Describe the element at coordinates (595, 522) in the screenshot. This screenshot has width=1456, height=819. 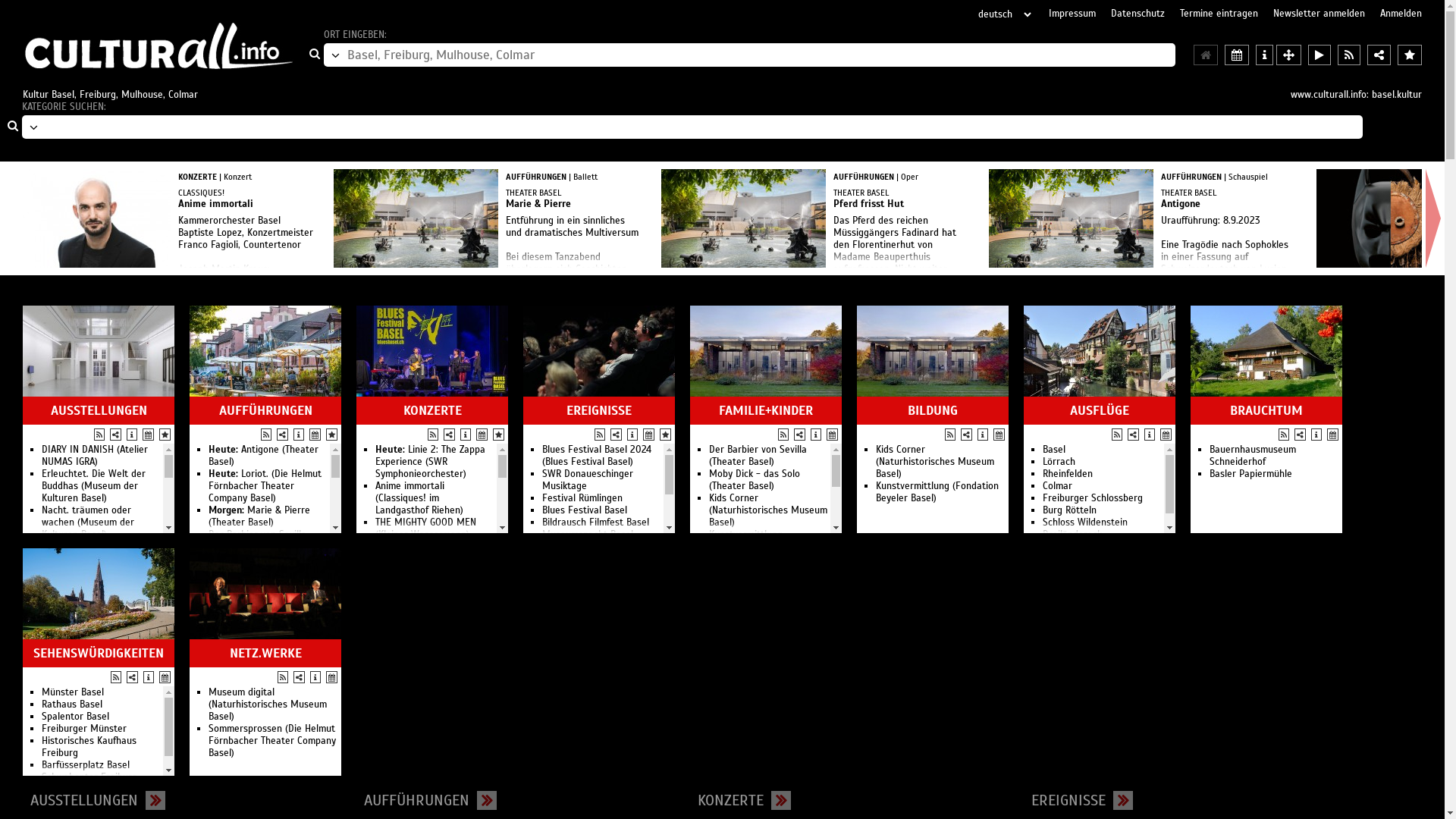
I see `'Bildrausch Filmfest Basel'` at that location.